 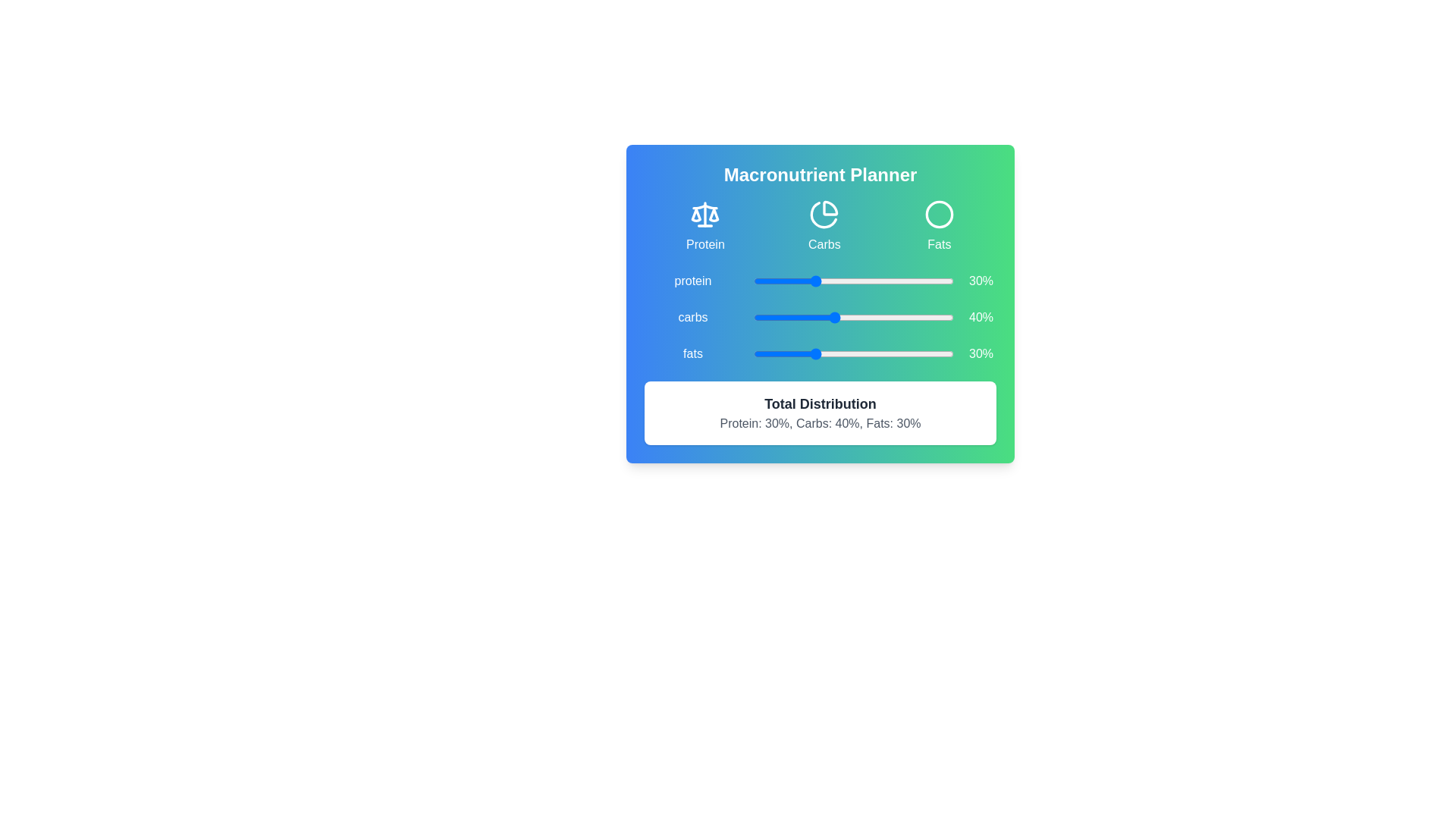 What do you see at coordinates (881, 353) in the screenshot?
I see `the fats percentage` at bounding box center [881, 353].